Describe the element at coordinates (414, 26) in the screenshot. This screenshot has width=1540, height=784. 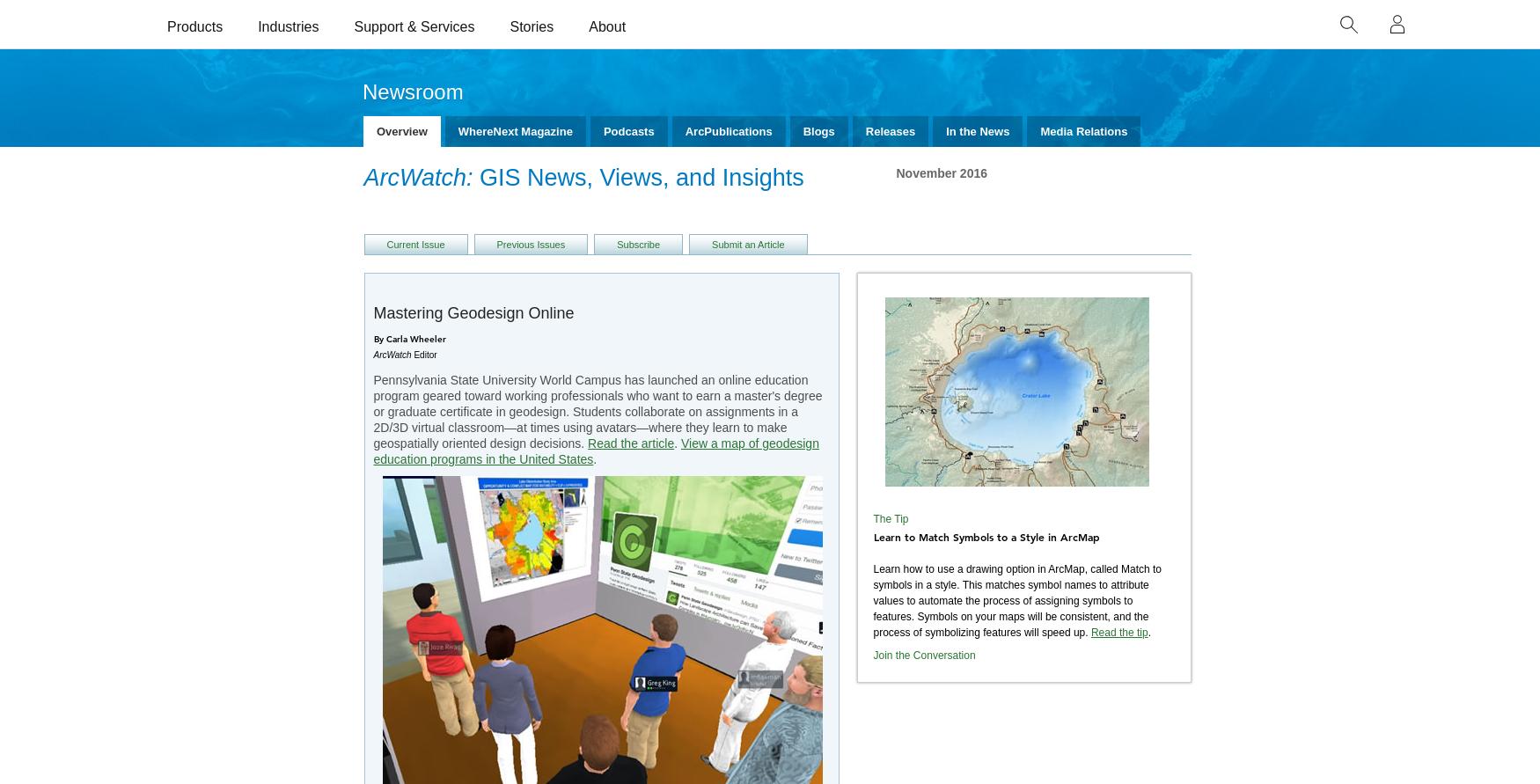
I see `'Support & Services'` at that location.